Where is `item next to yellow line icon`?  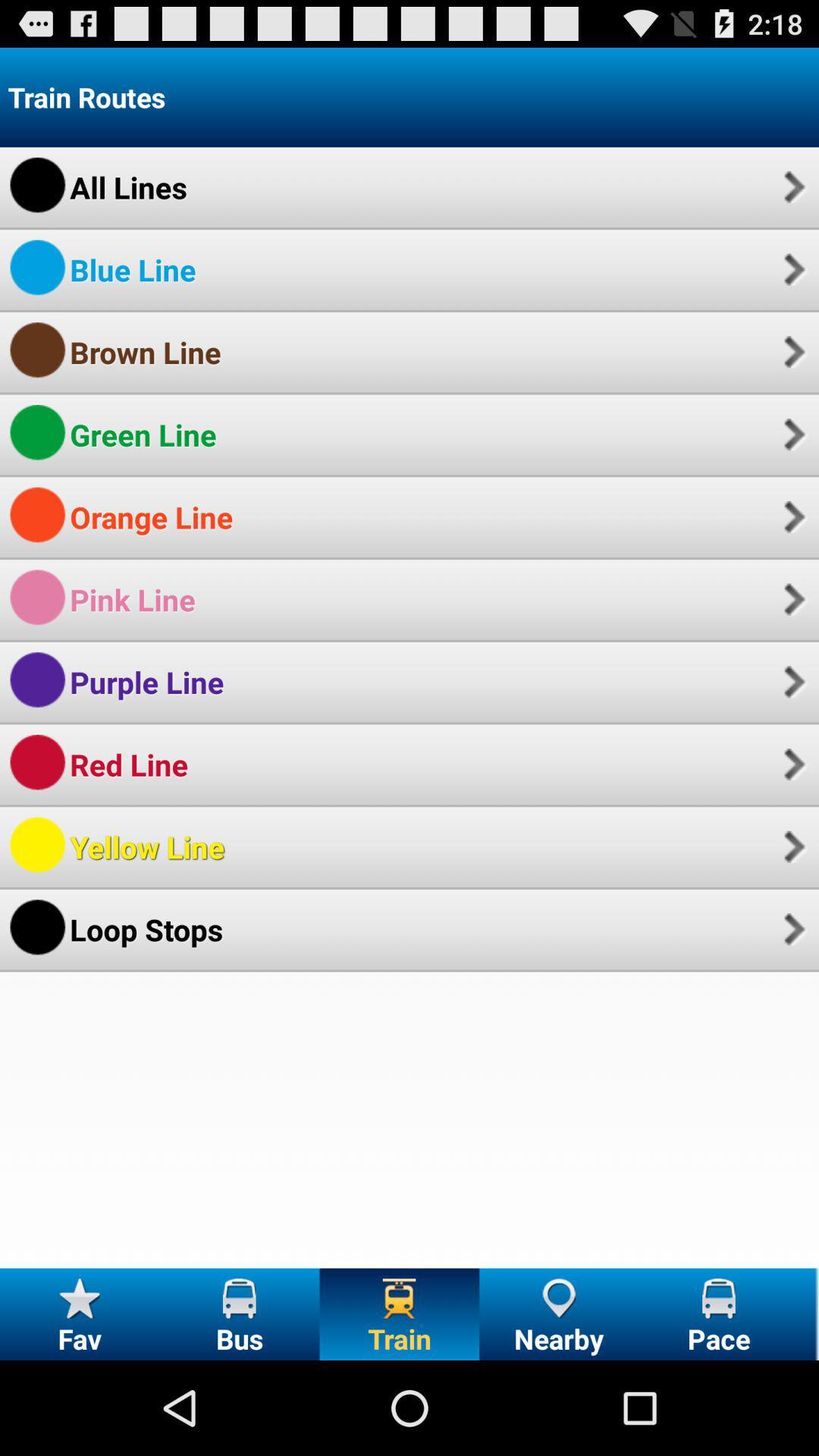
item next to yellow line icon is located at coordinates (792, 846).